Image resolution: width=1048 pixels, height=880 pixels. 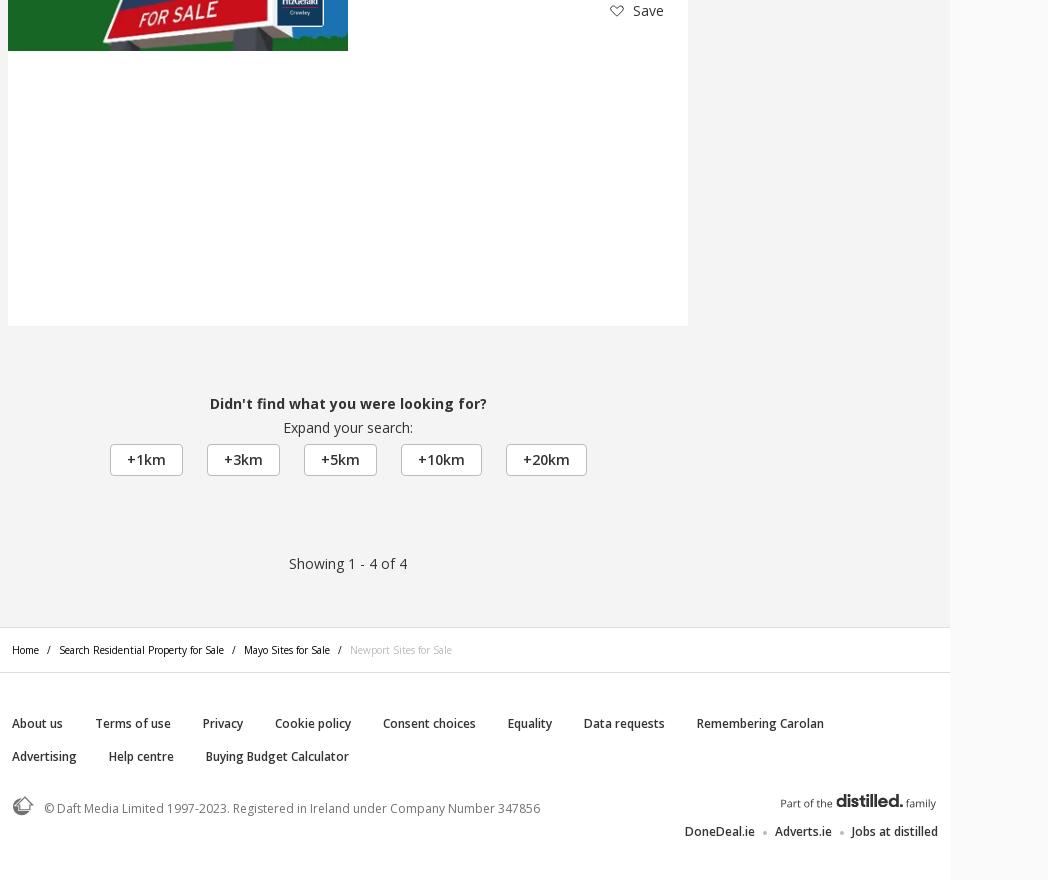 I want to click on '-', so click(x=361, y=563).